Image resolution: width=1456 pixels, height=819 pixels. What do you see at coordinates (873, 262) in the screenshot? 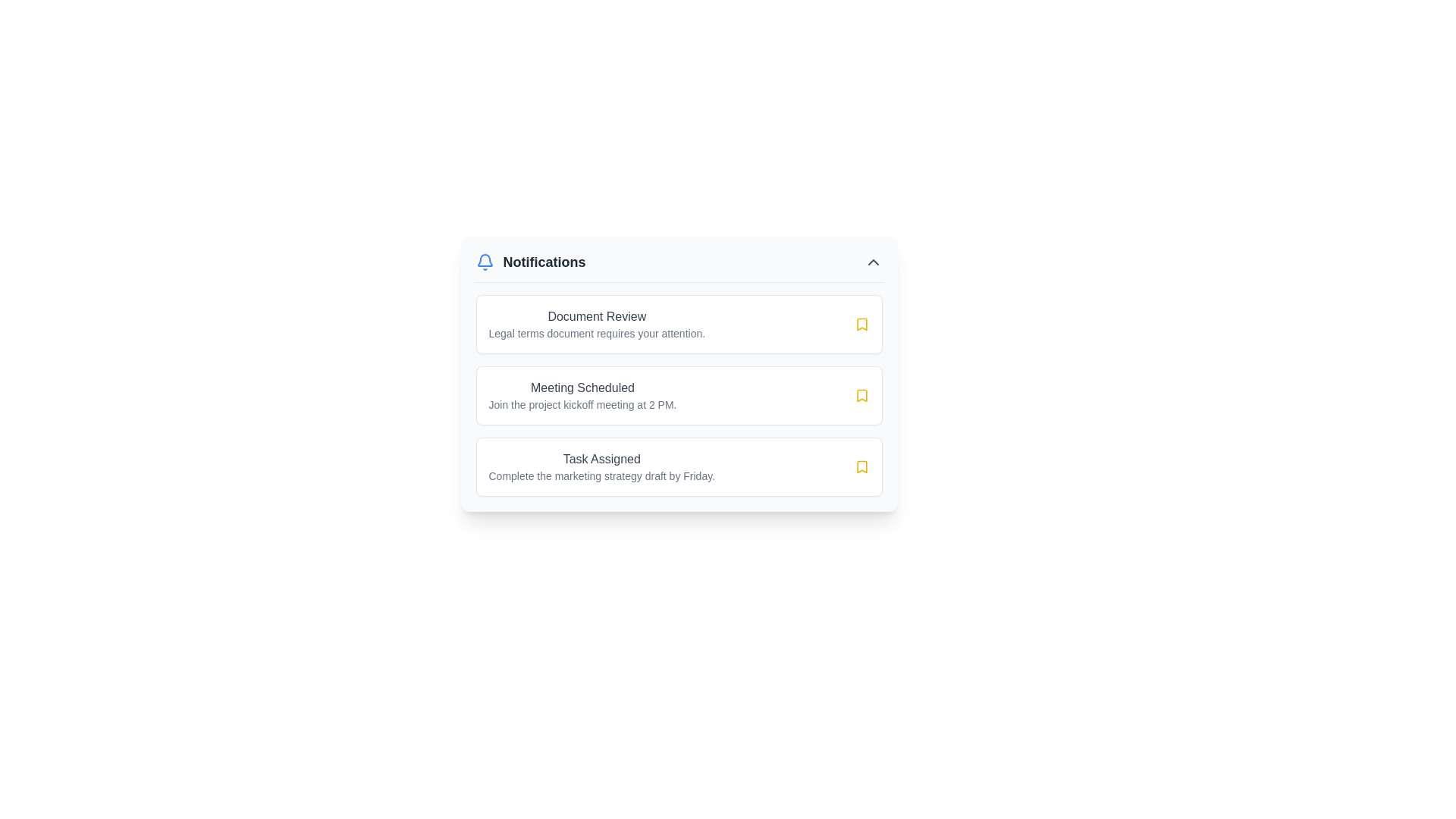
I see `the upward-facing chevron icon button located on the right side of the notifications header to observe its hover effects` at bounding box center [873, 262].